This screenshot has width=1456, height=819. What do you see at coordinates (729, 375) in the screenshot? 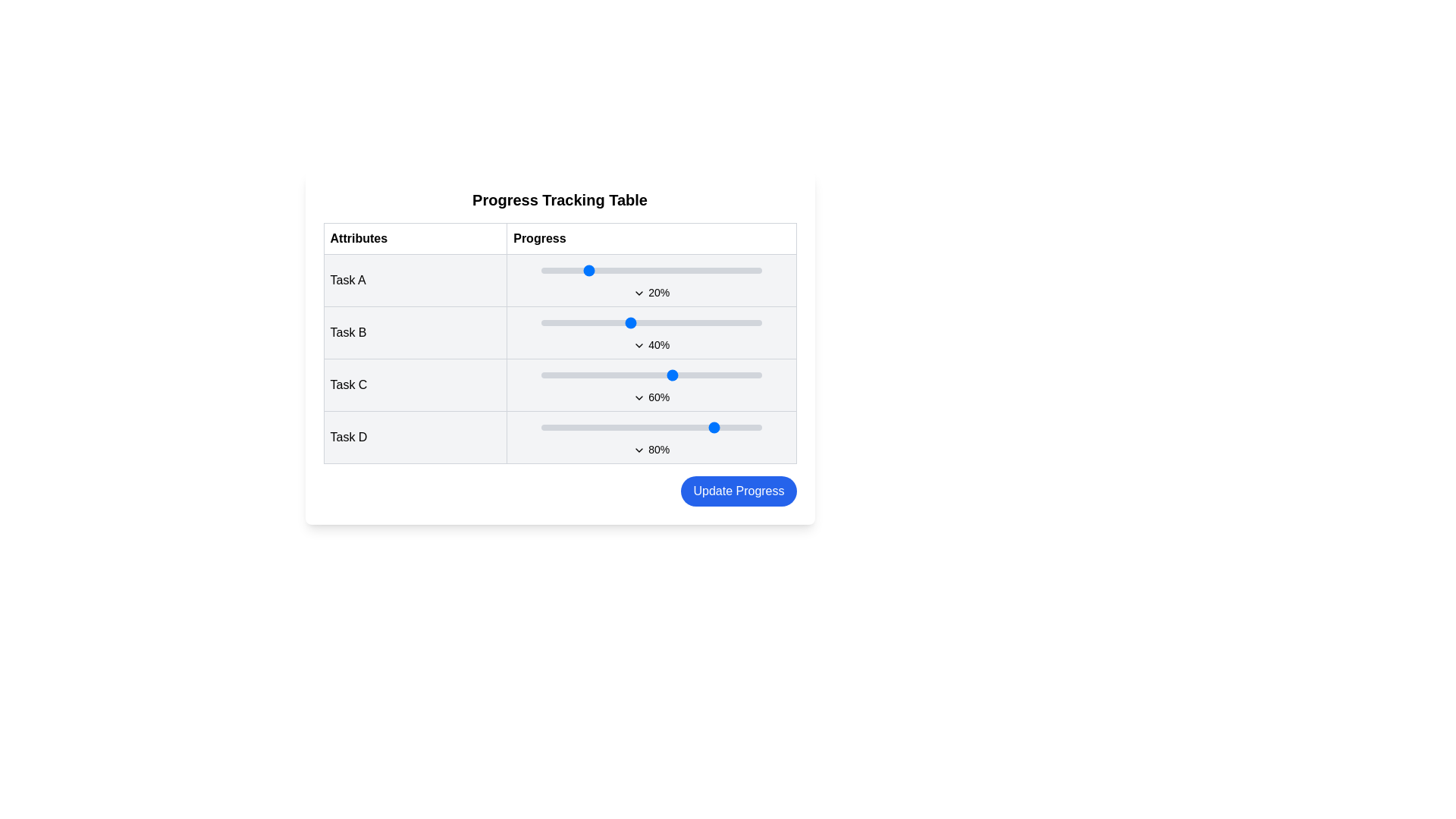
I see `the progress of Task C` at bounding box center [729, 375].